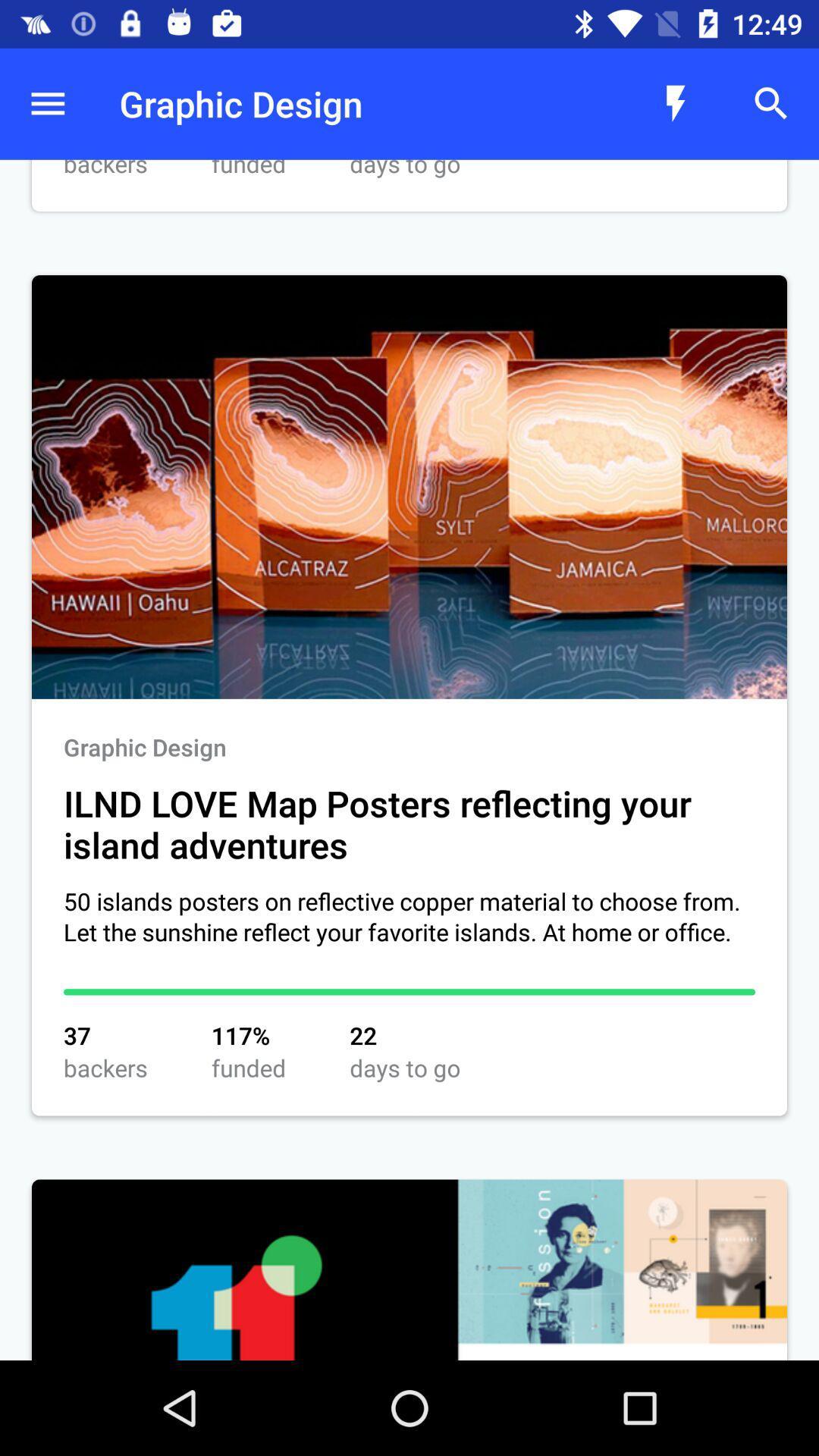 The image size is (819, 1456). Describe the element at coordinates (675, 103) in the screenshot. I see `the item to the right of graphic design item` at that location.